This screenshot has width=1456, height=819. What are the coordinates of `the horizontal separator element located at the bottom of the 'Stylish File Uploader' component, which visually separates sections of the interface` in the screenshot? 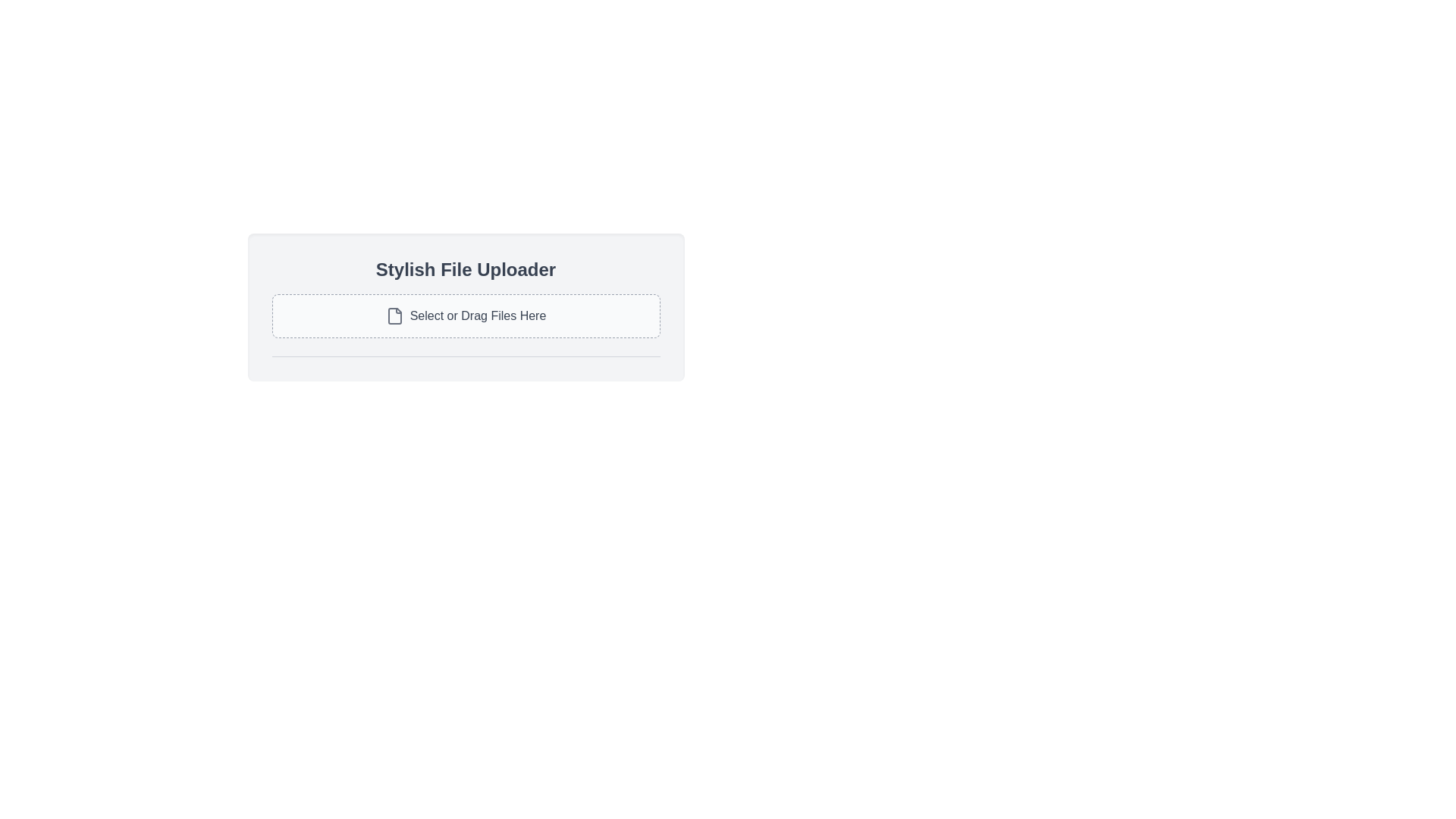 It's located at (465, 356).